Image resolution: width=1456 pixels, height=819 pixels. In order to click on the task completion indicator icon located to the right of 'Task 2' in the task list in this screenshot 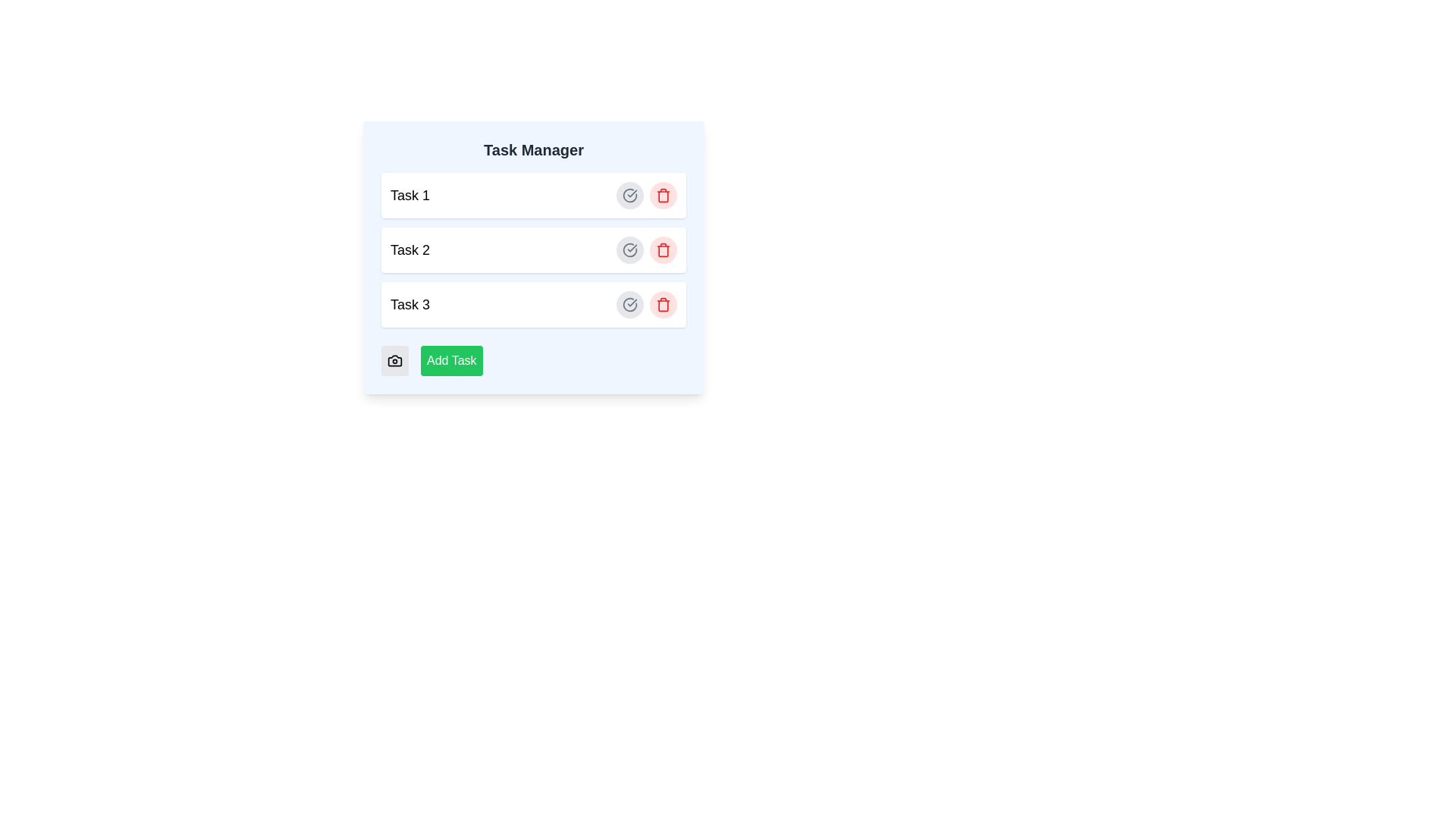, I will do `click(629, 249)`.